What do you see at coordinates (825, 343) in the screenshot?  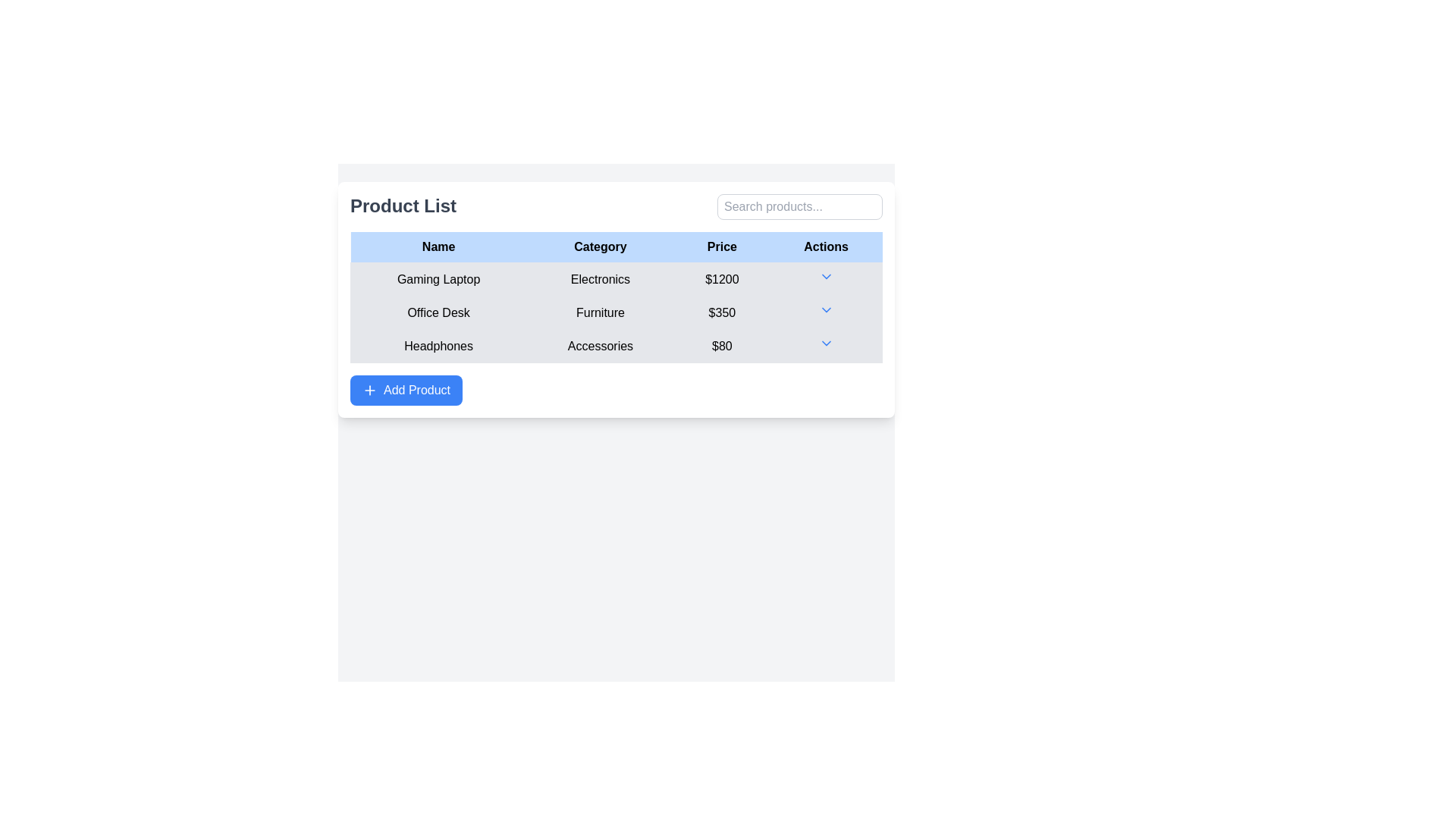 I see `the third dropdown icon under the 'Actions' column in the 'Product List' table that corresponds to the 'Headphones' entry` at bounding box center [825, 343].